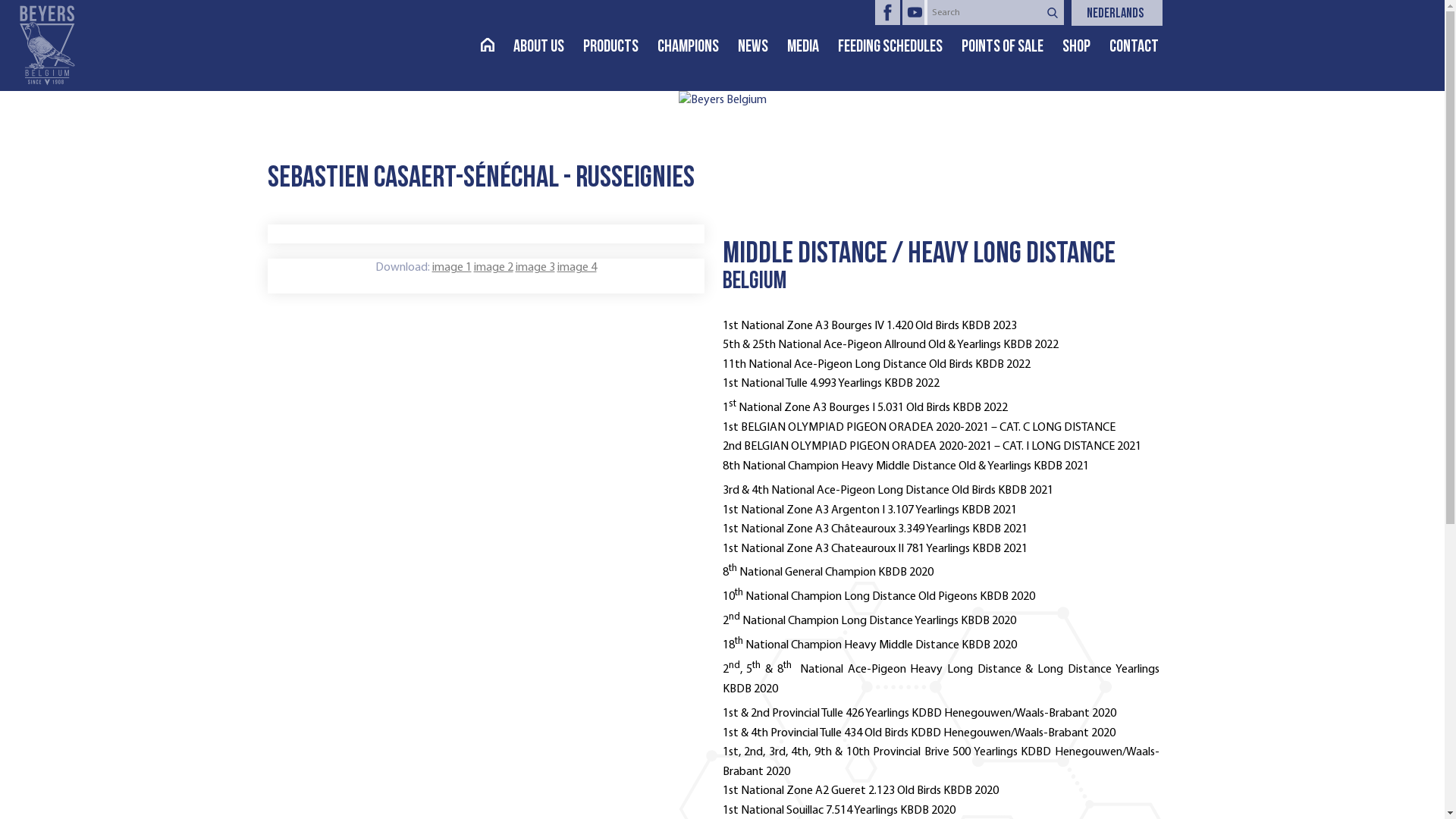 The width and height of the screenshot is (1456, 819). I want to click on 'MEDIA', so click(811, 46).